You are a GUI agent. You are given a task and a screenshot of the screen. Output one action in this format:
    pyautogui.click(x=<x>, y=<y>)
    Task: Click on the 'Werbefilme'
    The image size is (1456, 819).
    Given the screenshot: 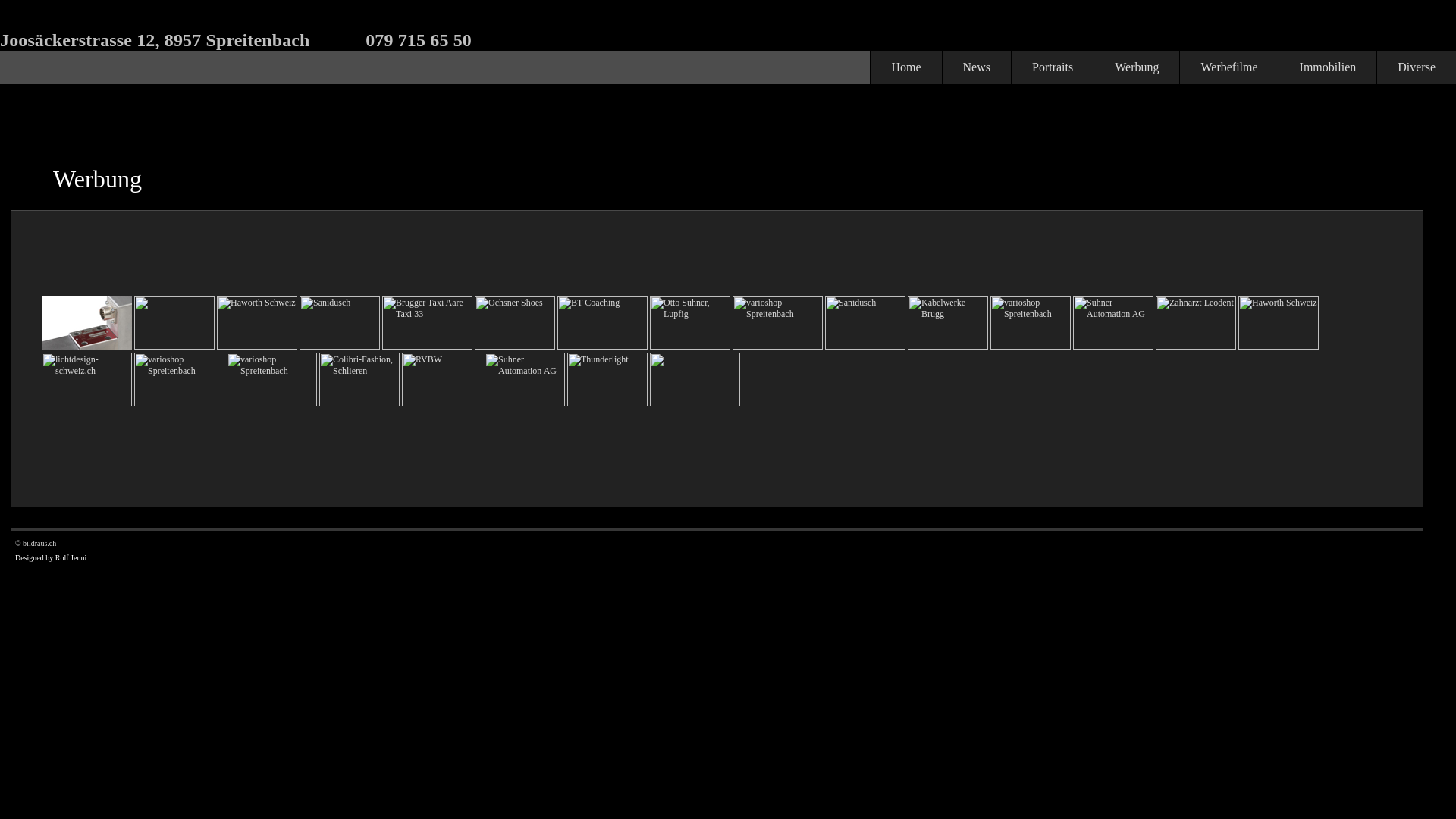 What is the action you would take?
    pyautogui.click(x=1228, y=66)
    